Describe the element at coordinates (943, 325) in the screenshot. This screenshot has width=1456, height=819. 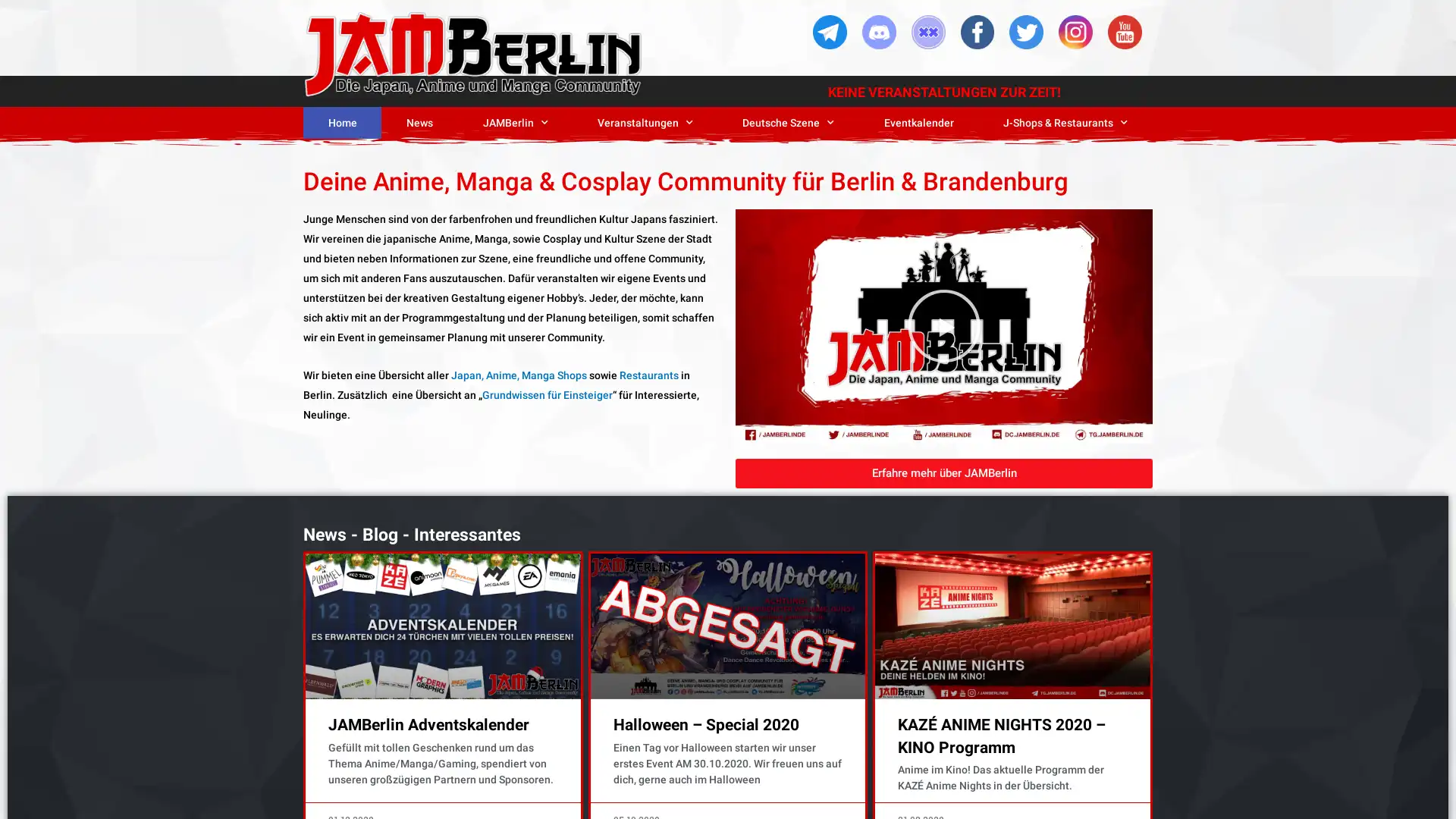
I see `Video abspielen` at that location.